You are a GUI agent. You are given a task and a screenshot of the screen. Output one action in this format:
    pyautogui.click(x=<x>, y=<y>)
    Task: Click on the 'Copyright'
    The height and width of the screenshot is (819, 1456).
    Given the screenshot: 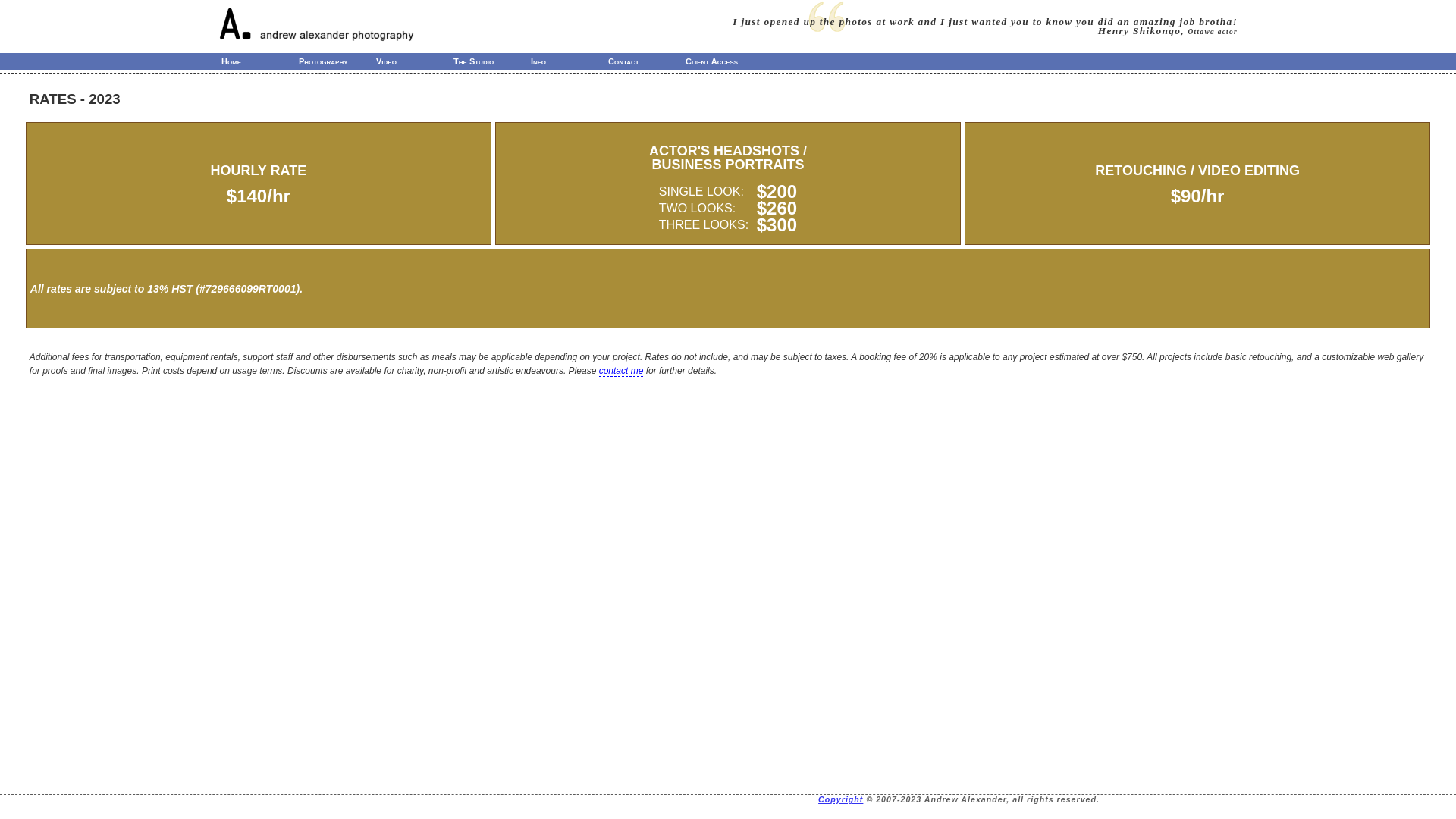 What is the action you would take?
    pyautogui.click(x=817, y=798)
    